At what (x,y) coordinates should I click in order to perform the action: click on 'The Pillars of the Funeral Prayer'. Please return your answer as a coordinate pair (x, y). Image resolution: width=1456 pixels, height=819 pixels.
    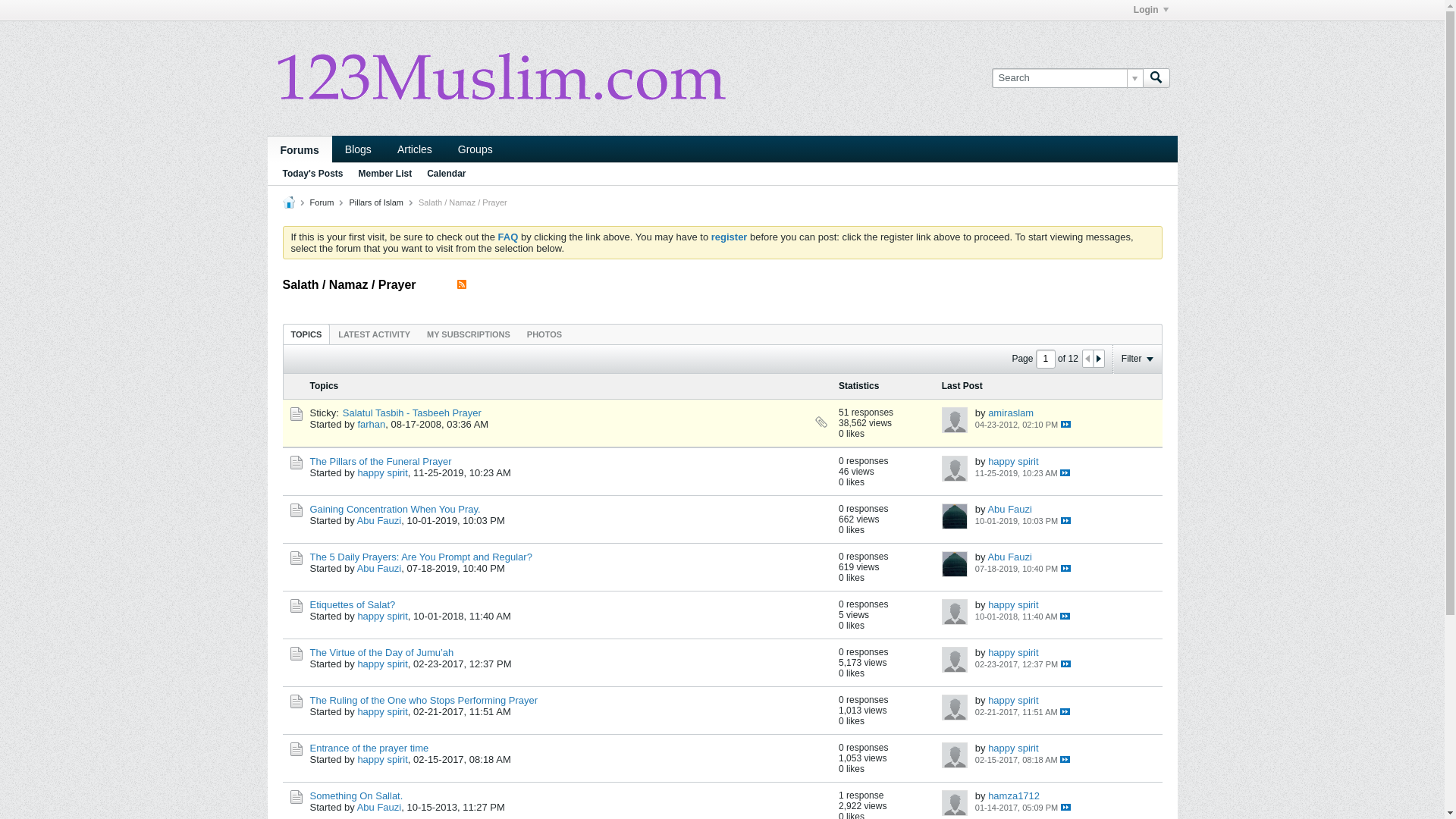
    Looking at the image, I should click on (380, 460).